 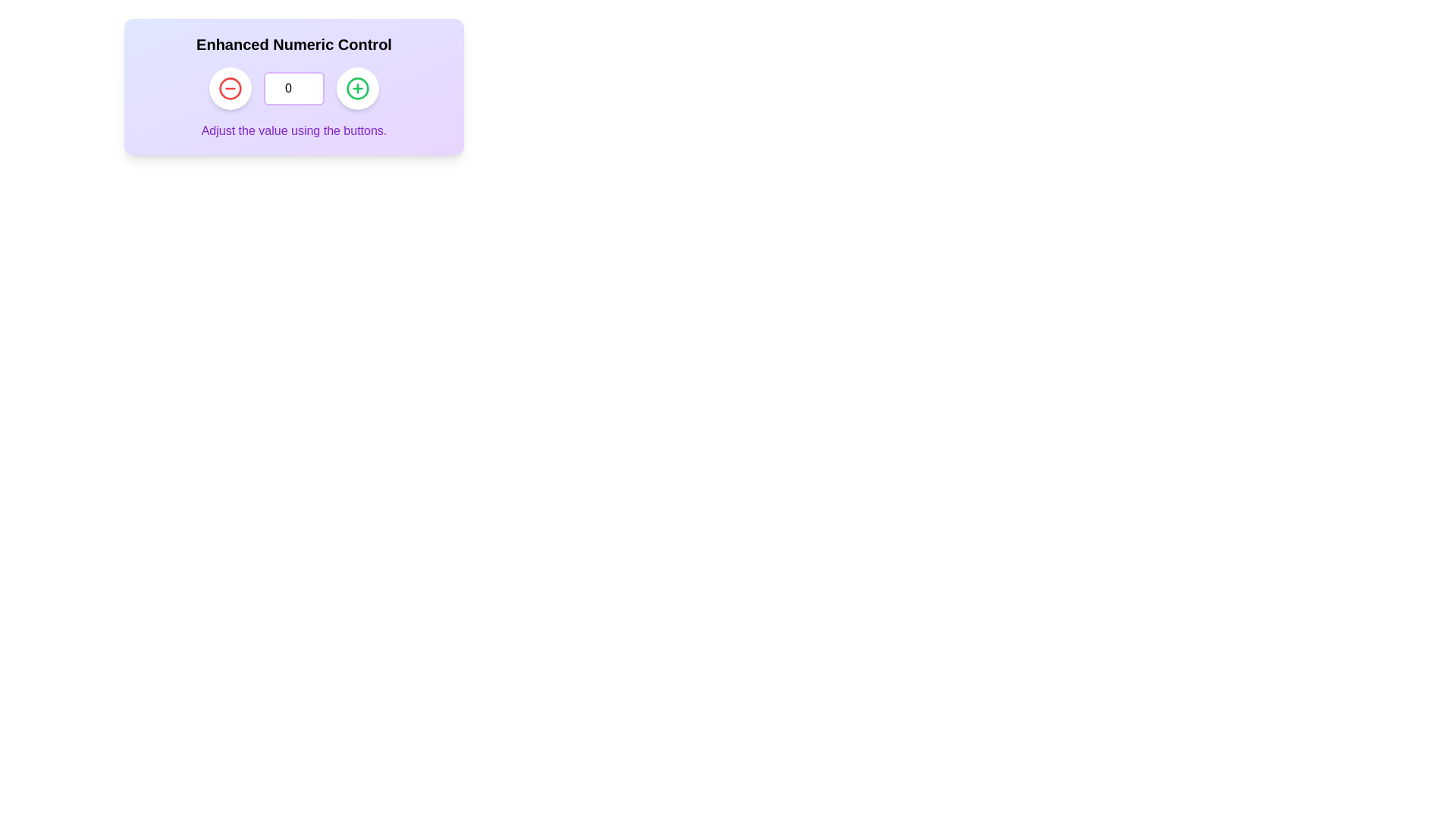 I want to click on the input box of the Composite control interface for numeric value adjustment, so click(x=294, y=87).